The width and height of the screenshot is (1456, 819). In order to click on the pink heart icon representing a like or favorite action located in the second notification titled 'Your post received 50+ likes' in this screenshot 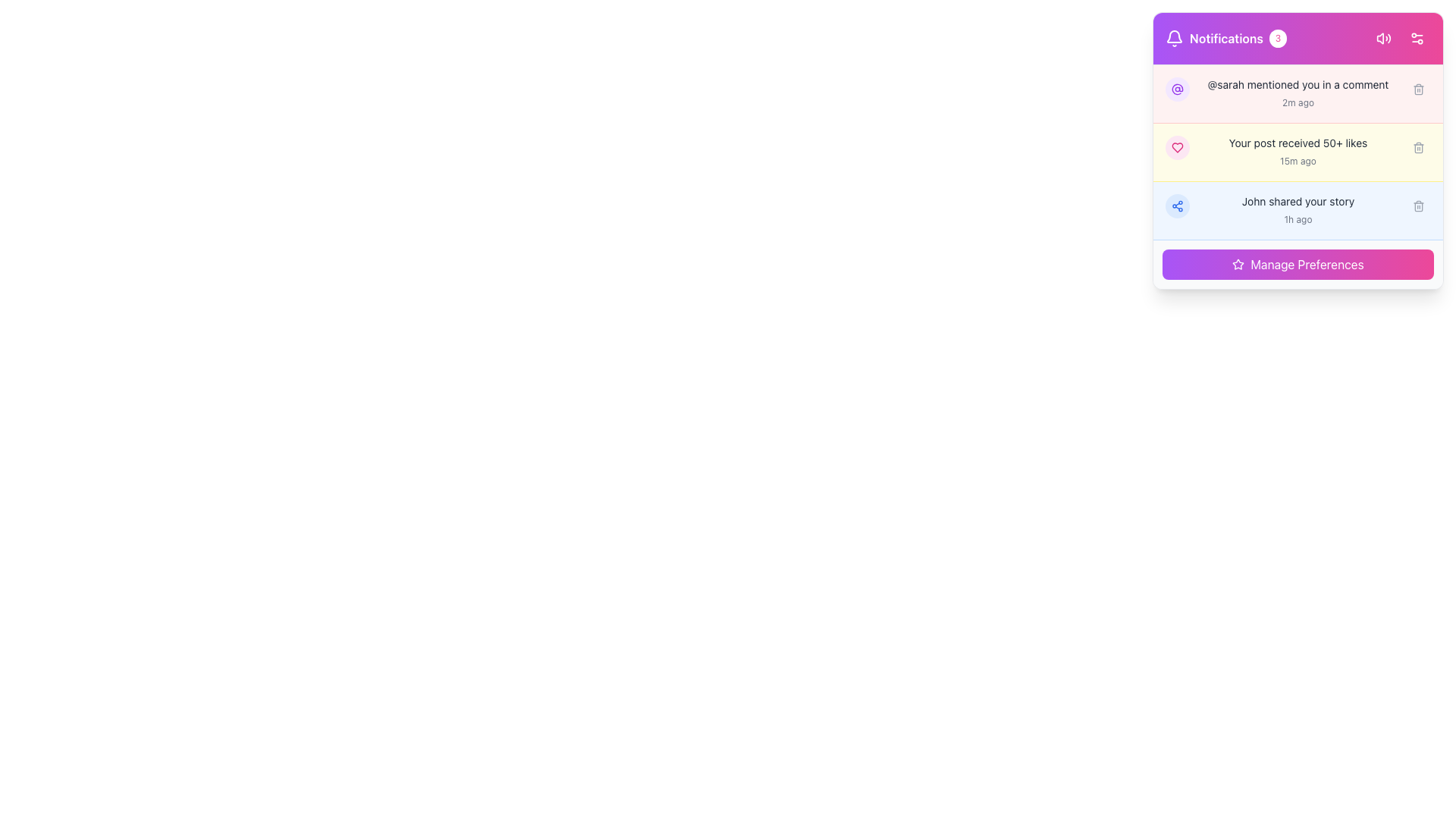, I will do `click(1177, 148)`.